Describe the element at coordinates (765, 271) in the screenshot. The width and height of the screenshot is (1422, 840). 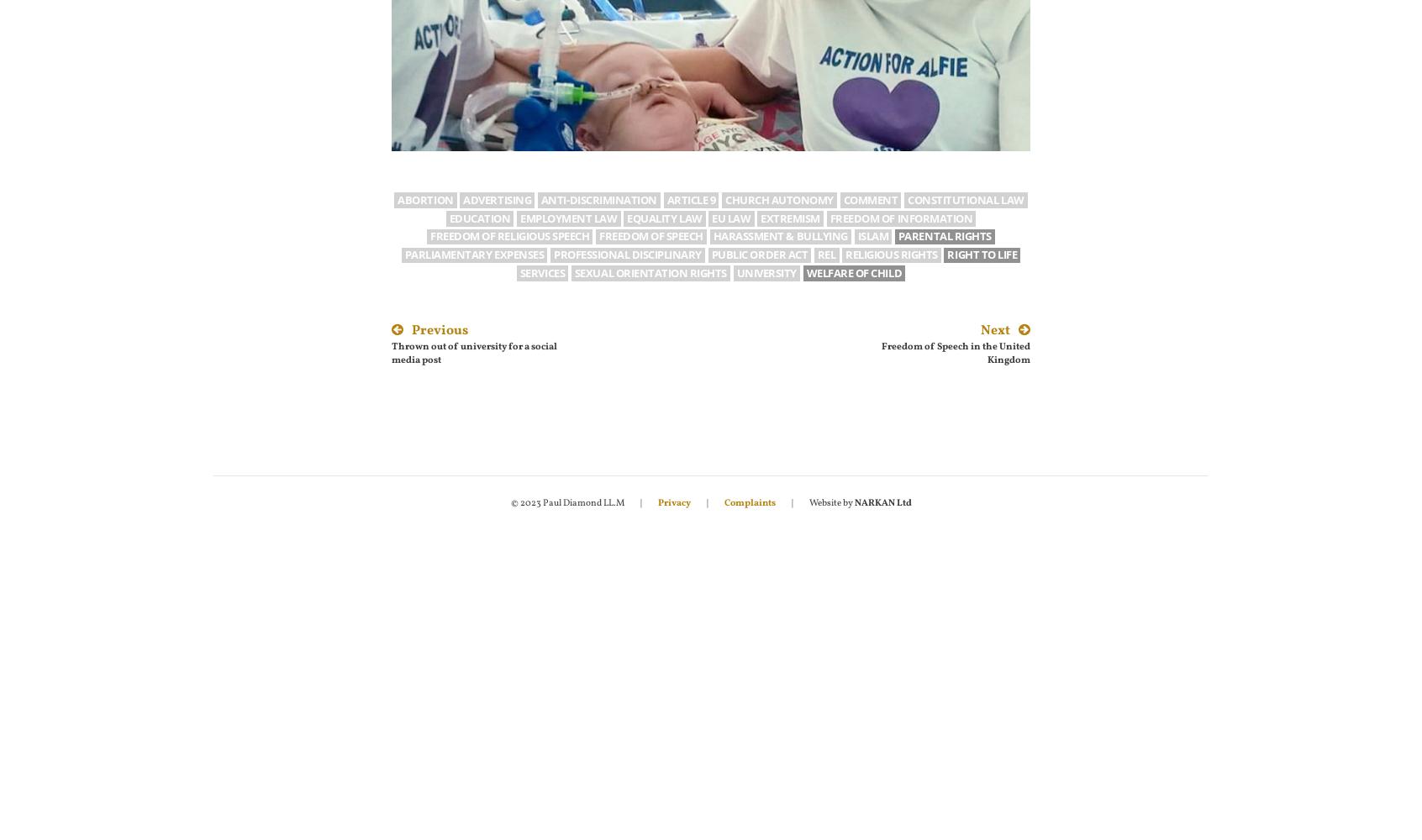
I see `'University'` at that location.